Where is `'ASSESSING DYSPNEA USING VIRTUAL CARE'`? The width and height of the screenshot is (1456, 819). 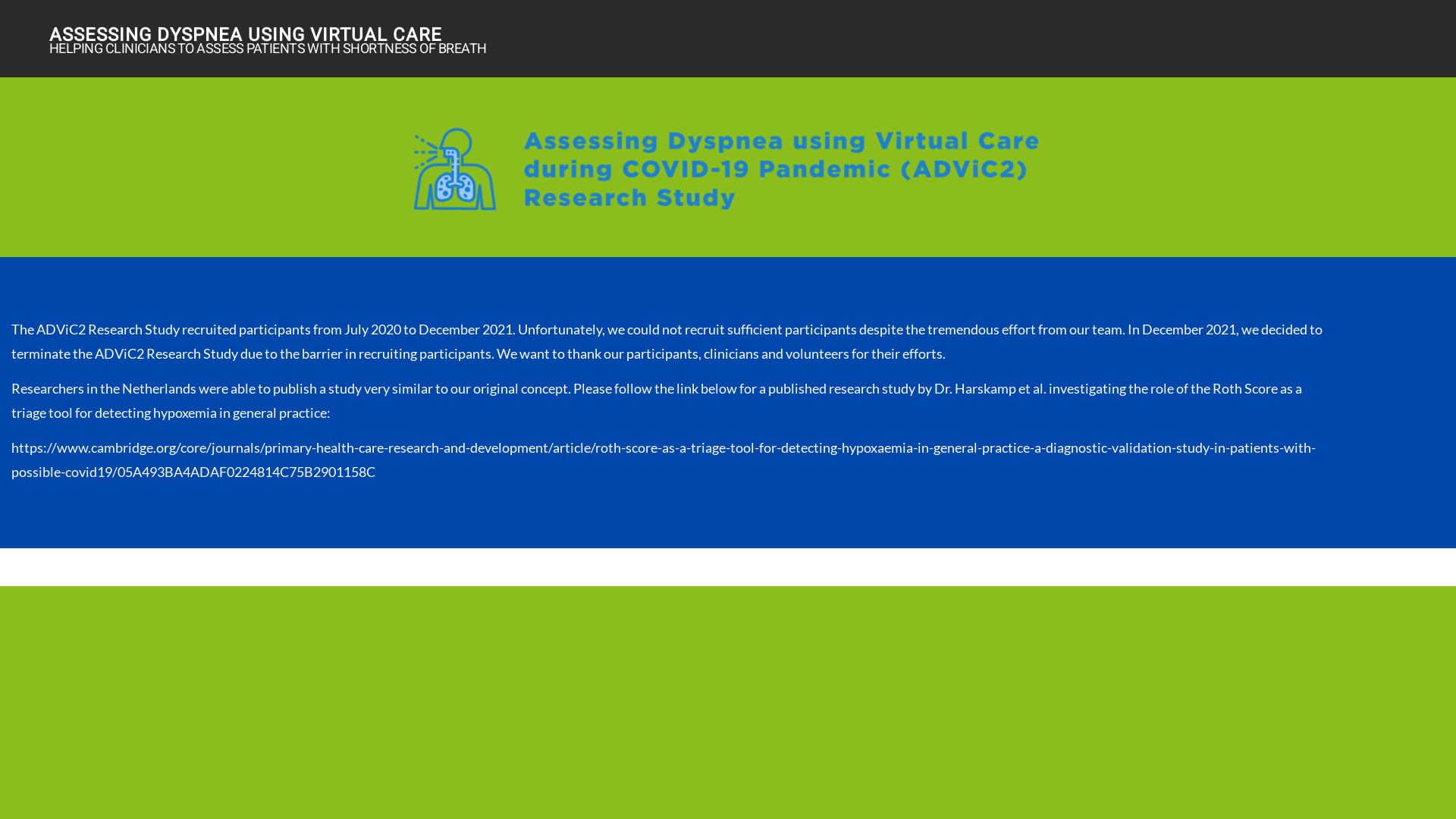 'ASSESSING DYSPNEA USING VIRTUAL CARE' is located at coordinates (246, 34).